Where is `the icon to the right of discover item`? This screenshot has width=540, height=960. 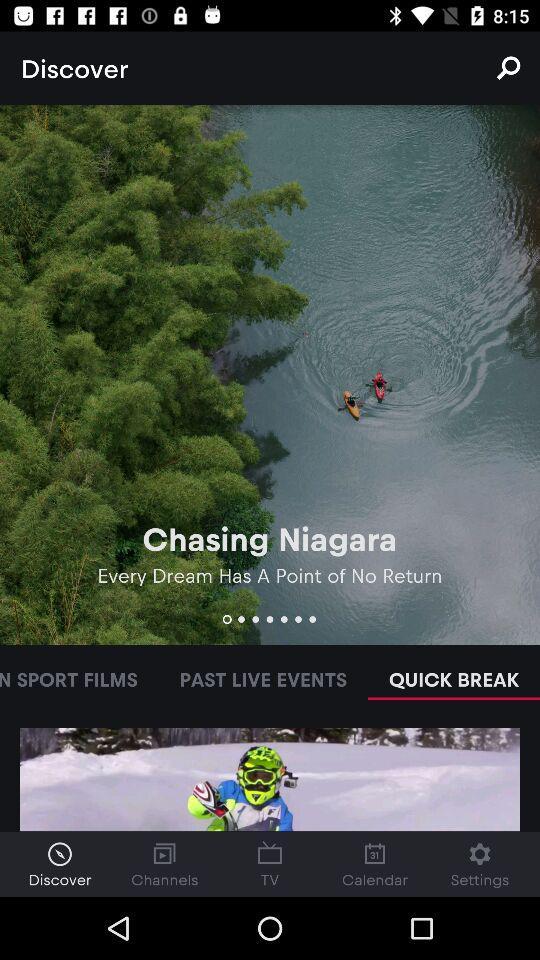
the icon to the right of discover item is located at coordinates (508, 68).